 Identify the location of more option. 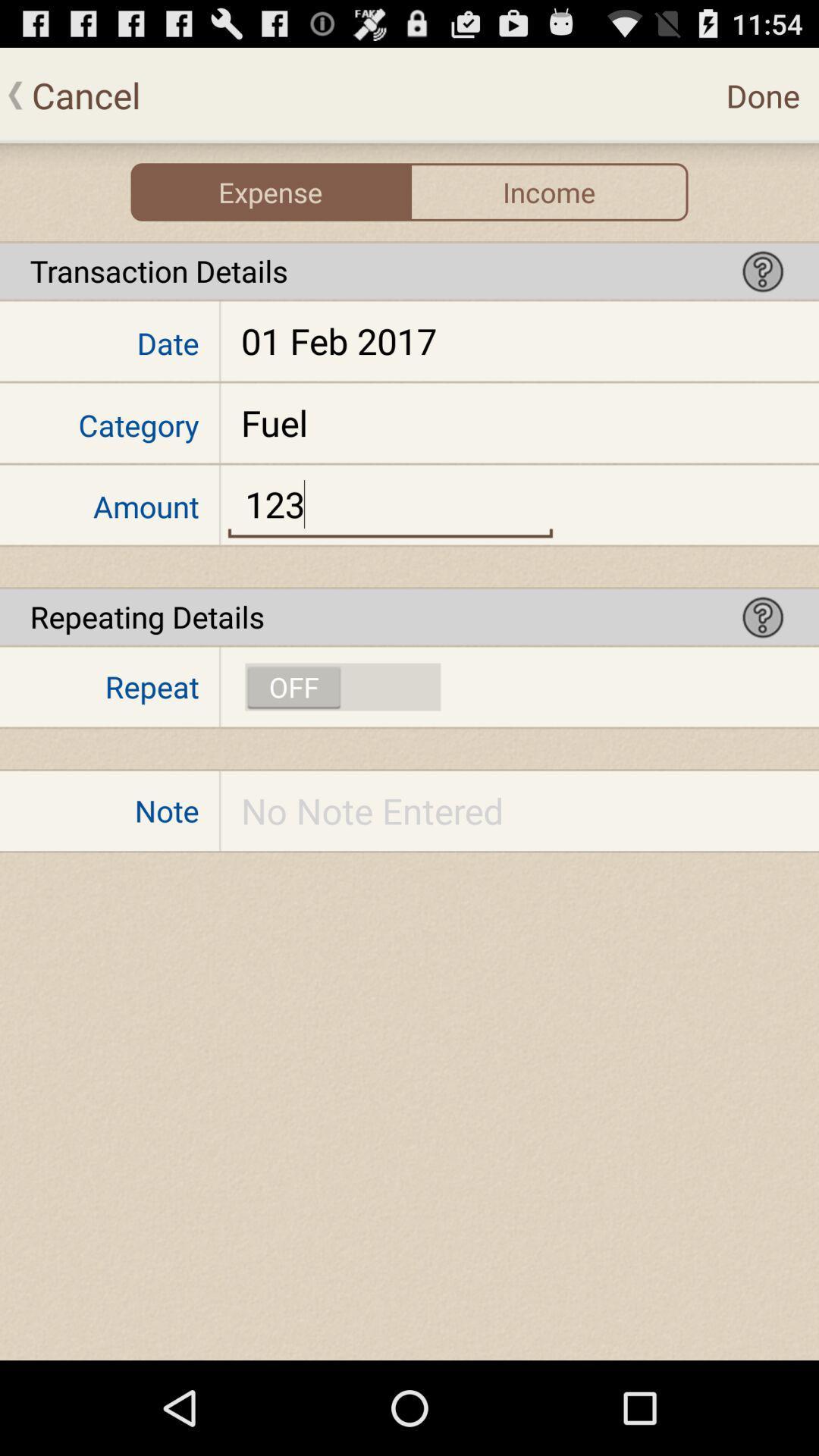
(763, 271).